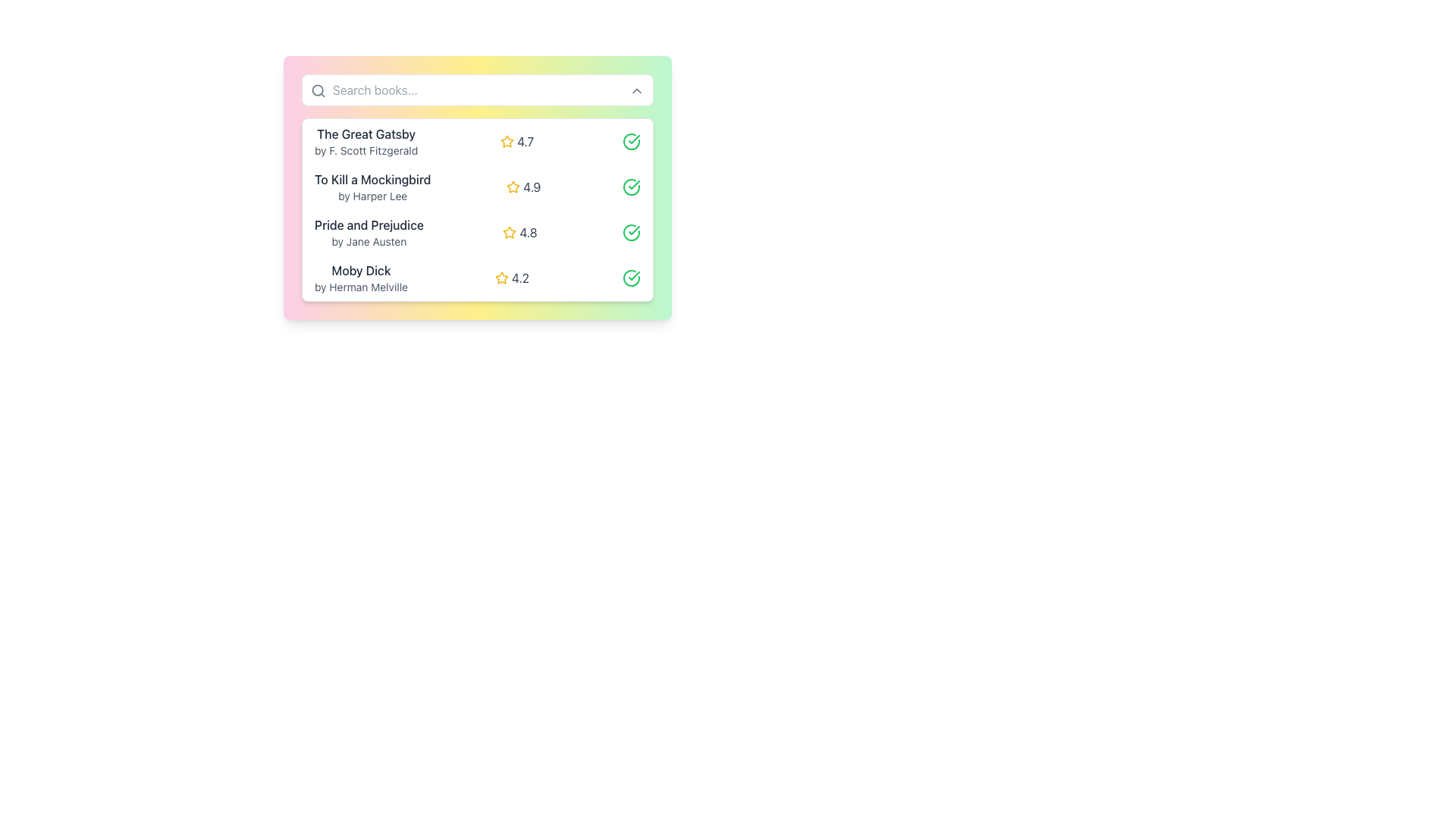  I want to click on the text label displaying the rating value '4.7' located to the right of the yellow star icon in the list item for 'The Great Gatsby', so click(526, 141).